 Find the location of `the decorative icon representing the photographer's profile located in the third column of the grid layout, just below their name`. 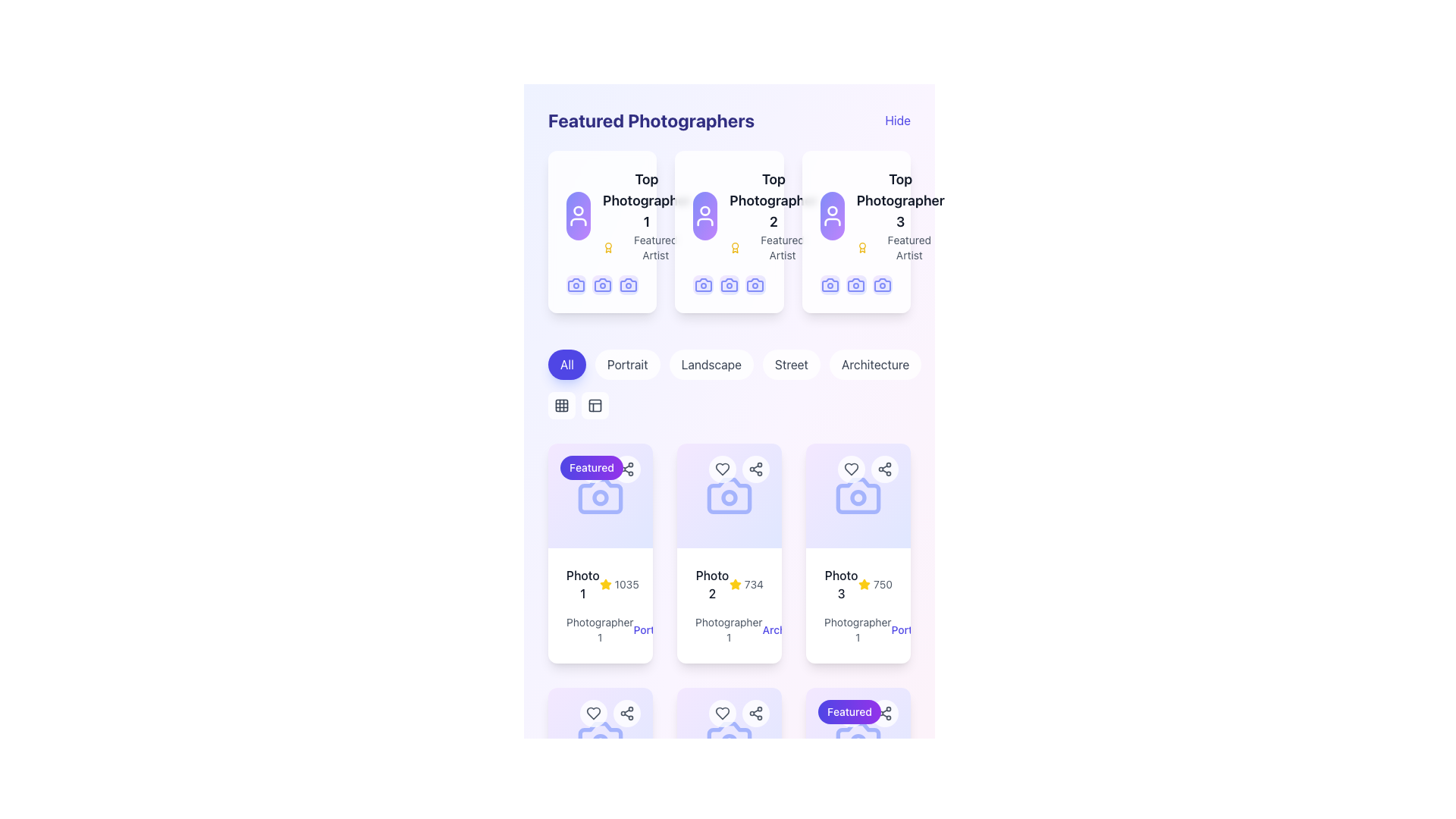

the decorative icon representing the photographer's profile located in the third column of the grid layout, just below their name is located at coordinates (755, 285).